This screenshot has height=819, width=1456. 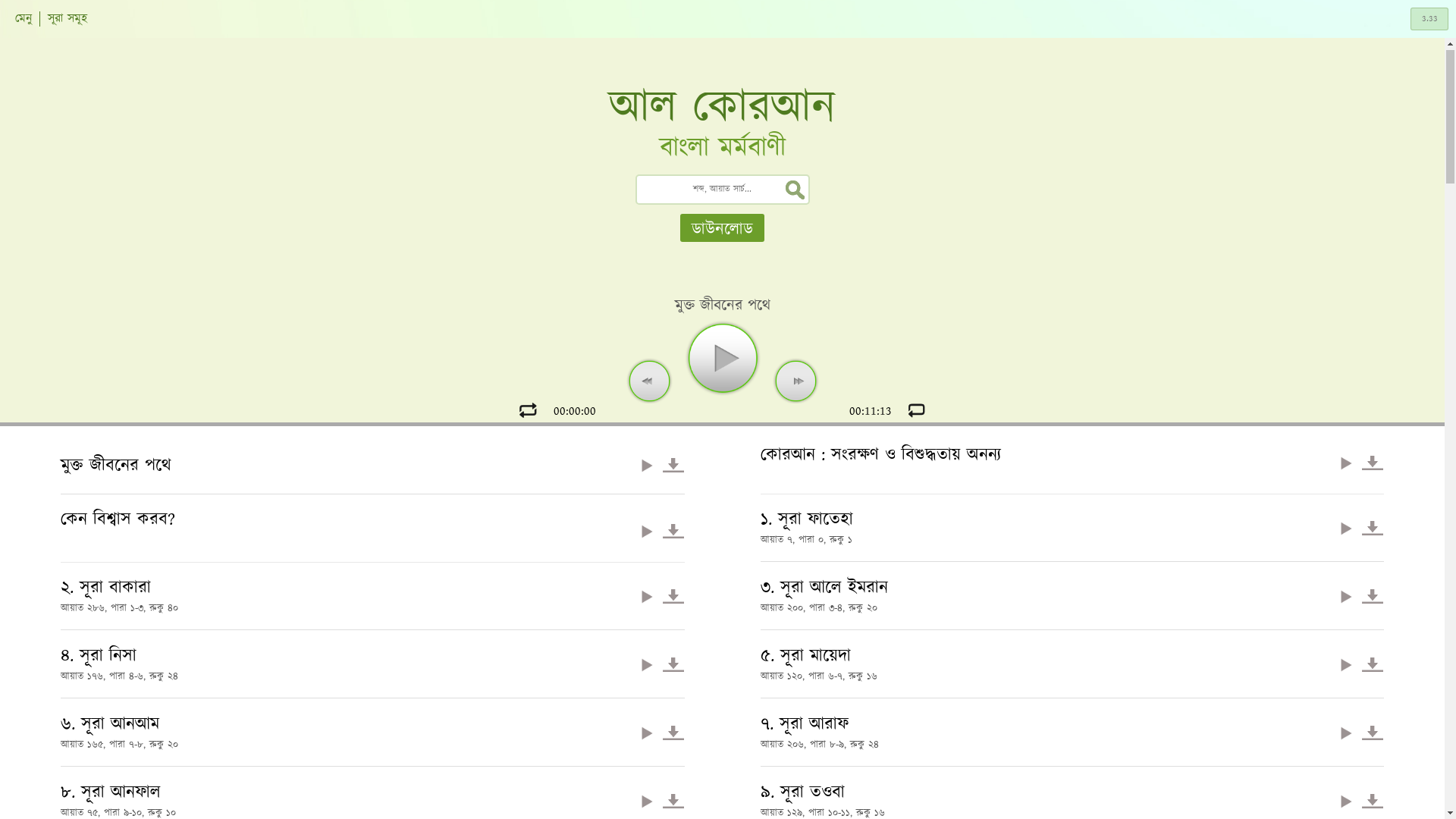 I want to click on 'Play', so click(x=1346, y=732).